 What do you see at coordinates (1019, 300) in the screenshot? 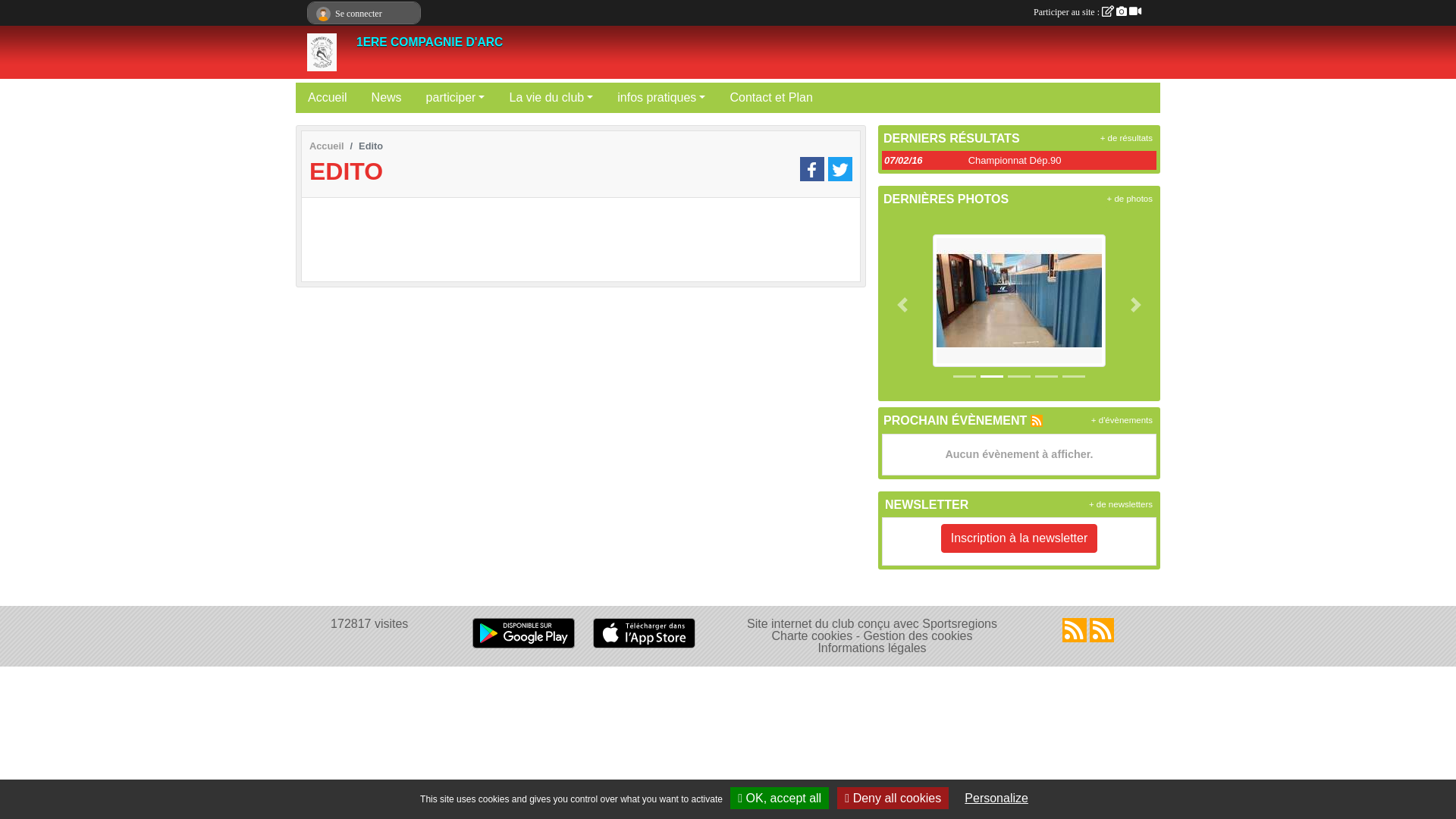
I see `'NATURE INDOOR 08 02 2020'` at bounding box center [1019, 300].